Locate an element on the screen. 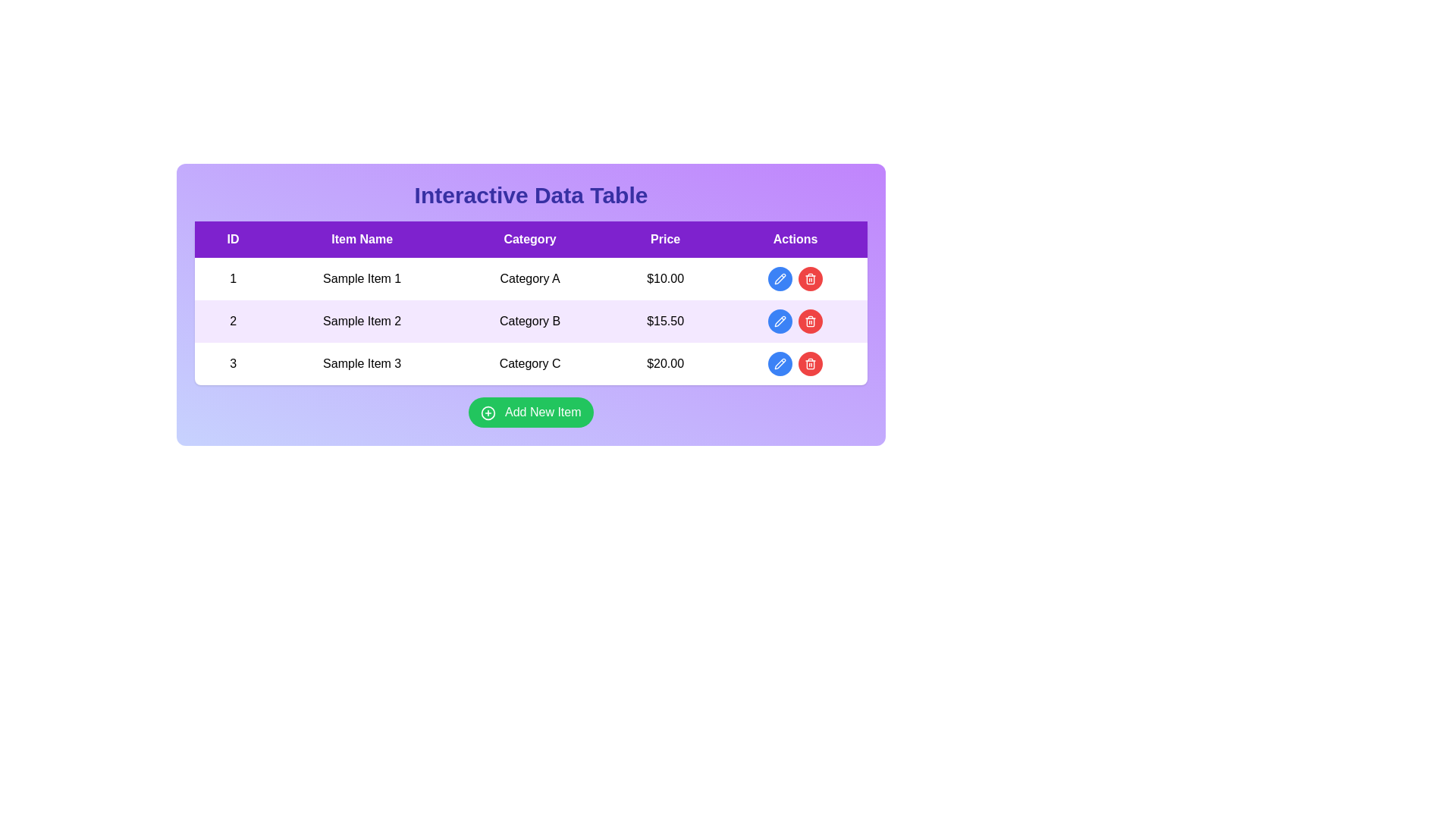 This screenshot has width=1456, height=819. the table cell containing the text '1' in the first column of the first row under the 'ID' column header is located at coordinates (232, 278).